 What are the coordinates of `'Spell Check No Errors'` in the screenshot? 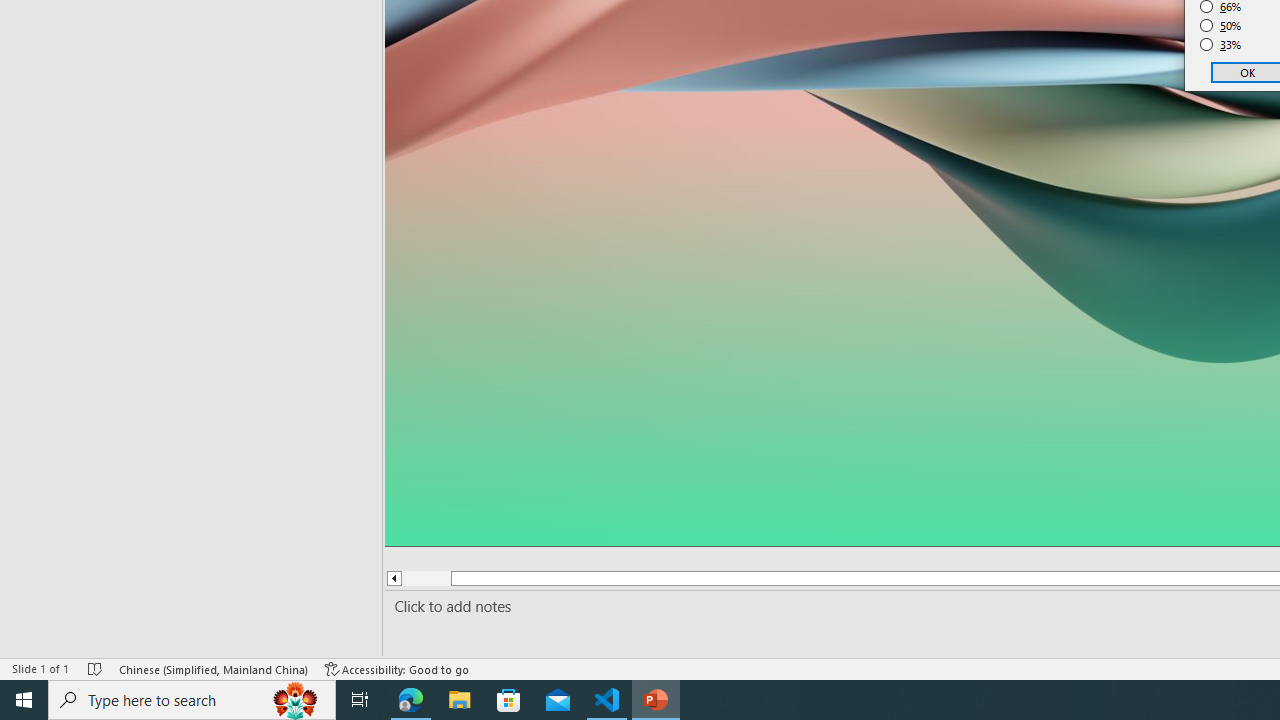 It's located at (95, 669).